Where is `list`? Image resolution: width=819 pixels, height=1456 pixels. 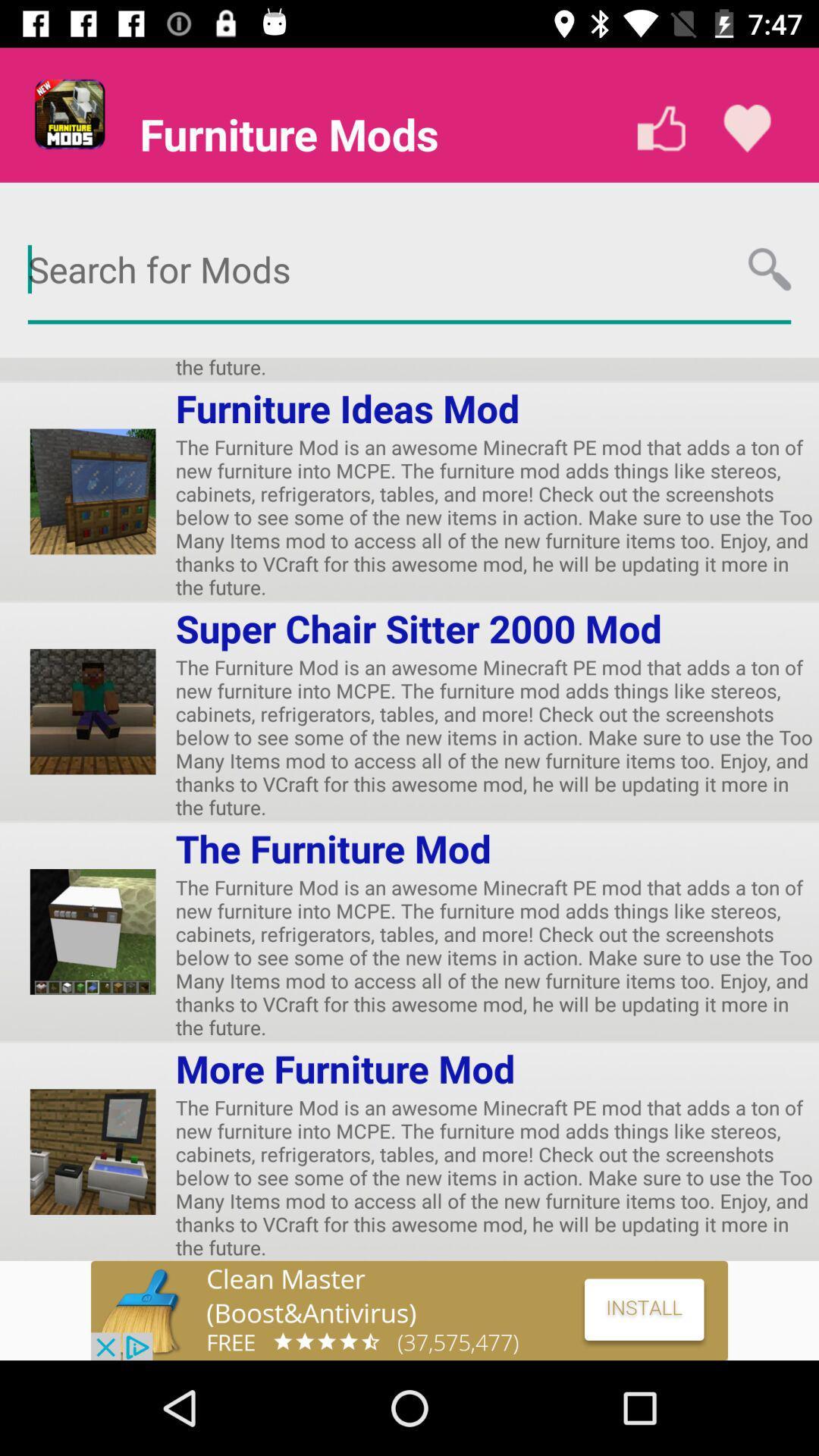
list is located at coordinates (746, 128).